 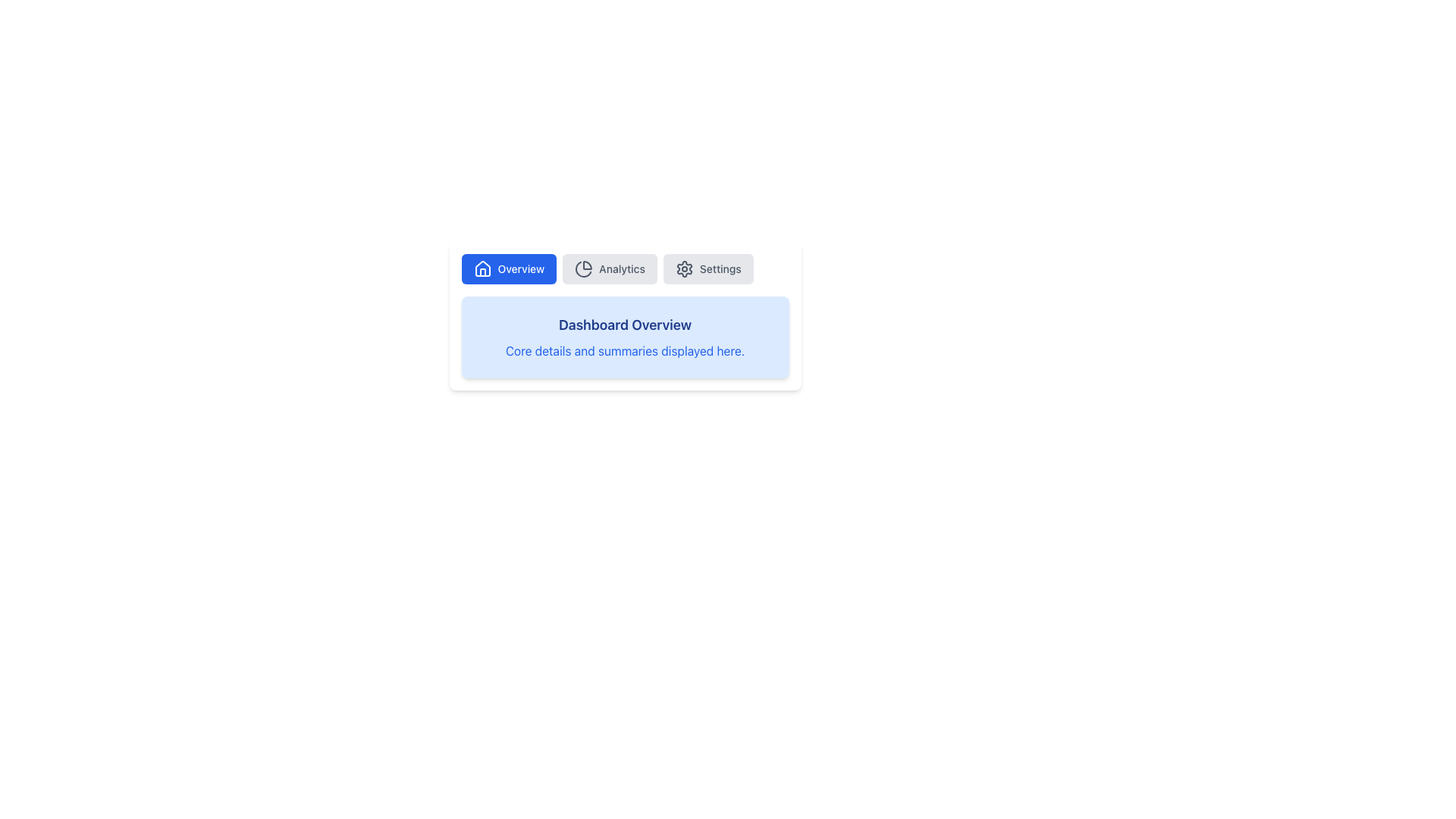 I want to click on the 'Overview' button, which is the first button in the horizontal menu bar, styled in blue with white text and a house-shaped icon, so click(x=509, y=268).